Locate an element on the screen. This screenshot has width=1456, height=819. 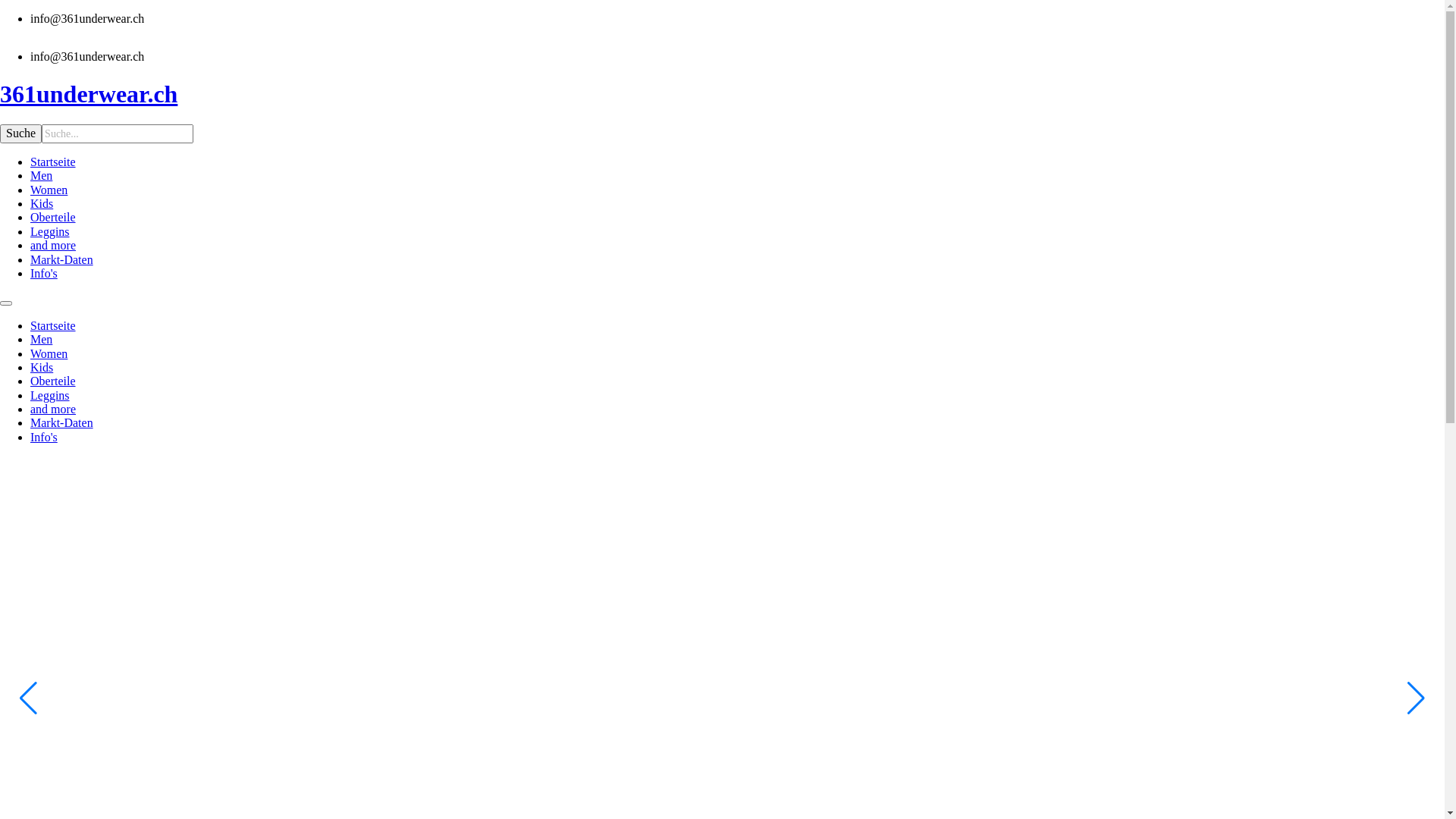
'Oberteile' is located at coordinates (53, 380).